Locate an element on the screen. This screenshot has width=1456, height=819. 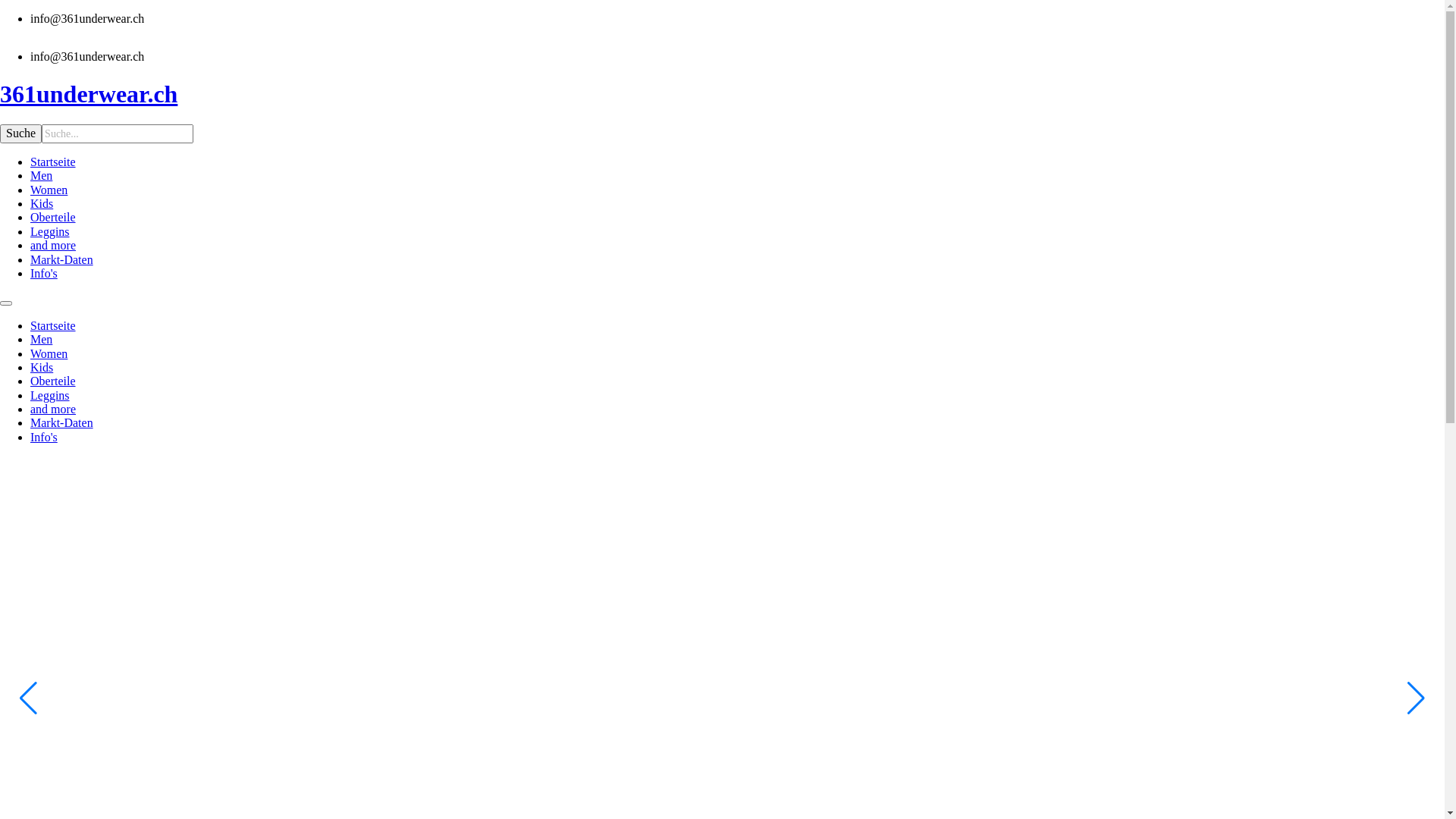
'Oberteile' is located at coordinates (53, 380).